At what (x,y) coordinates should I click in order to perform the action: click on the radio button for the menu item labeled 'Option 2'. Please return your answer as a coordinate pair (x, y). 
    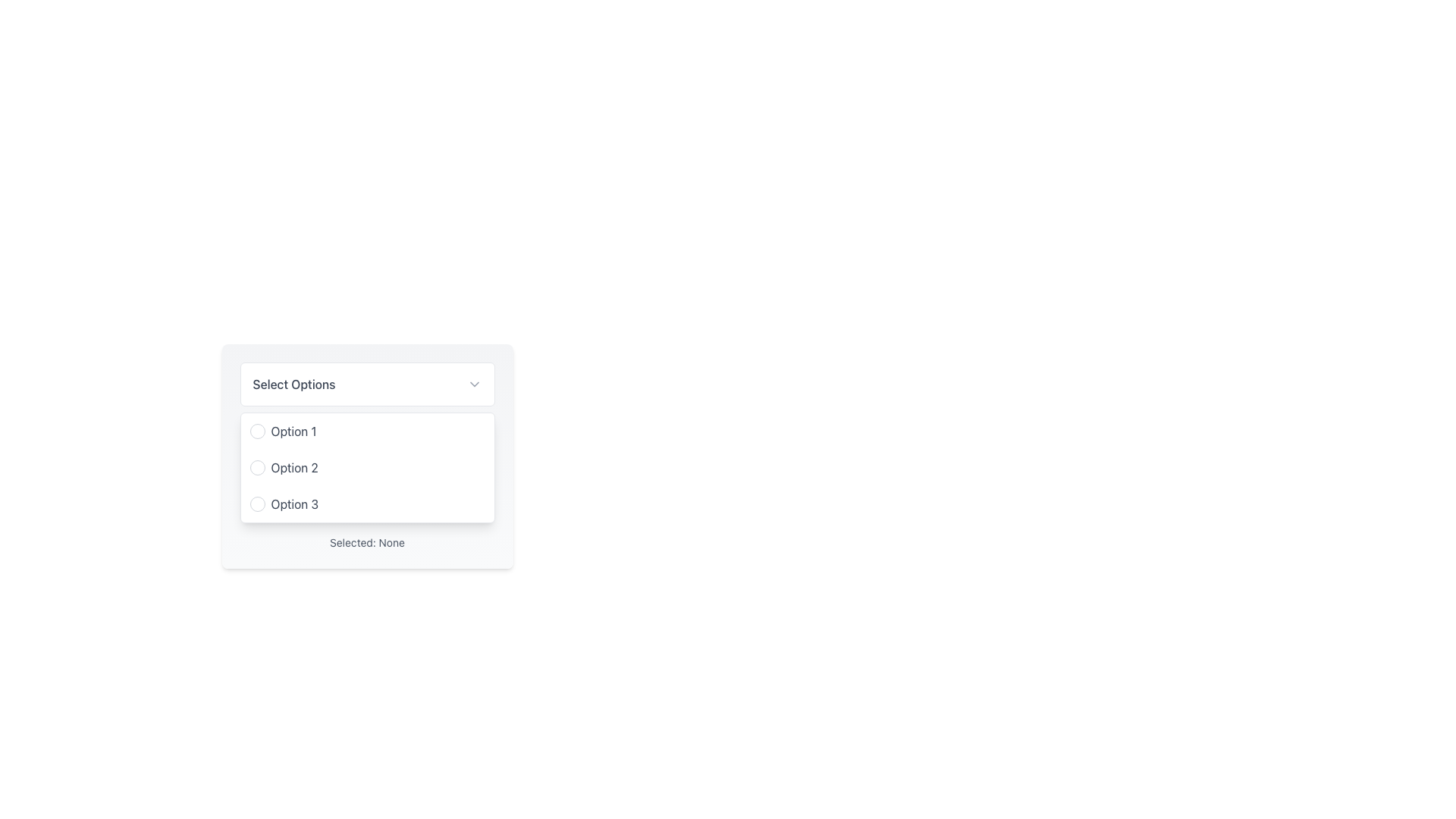
    Looking at the image, I should click on (257, 467).